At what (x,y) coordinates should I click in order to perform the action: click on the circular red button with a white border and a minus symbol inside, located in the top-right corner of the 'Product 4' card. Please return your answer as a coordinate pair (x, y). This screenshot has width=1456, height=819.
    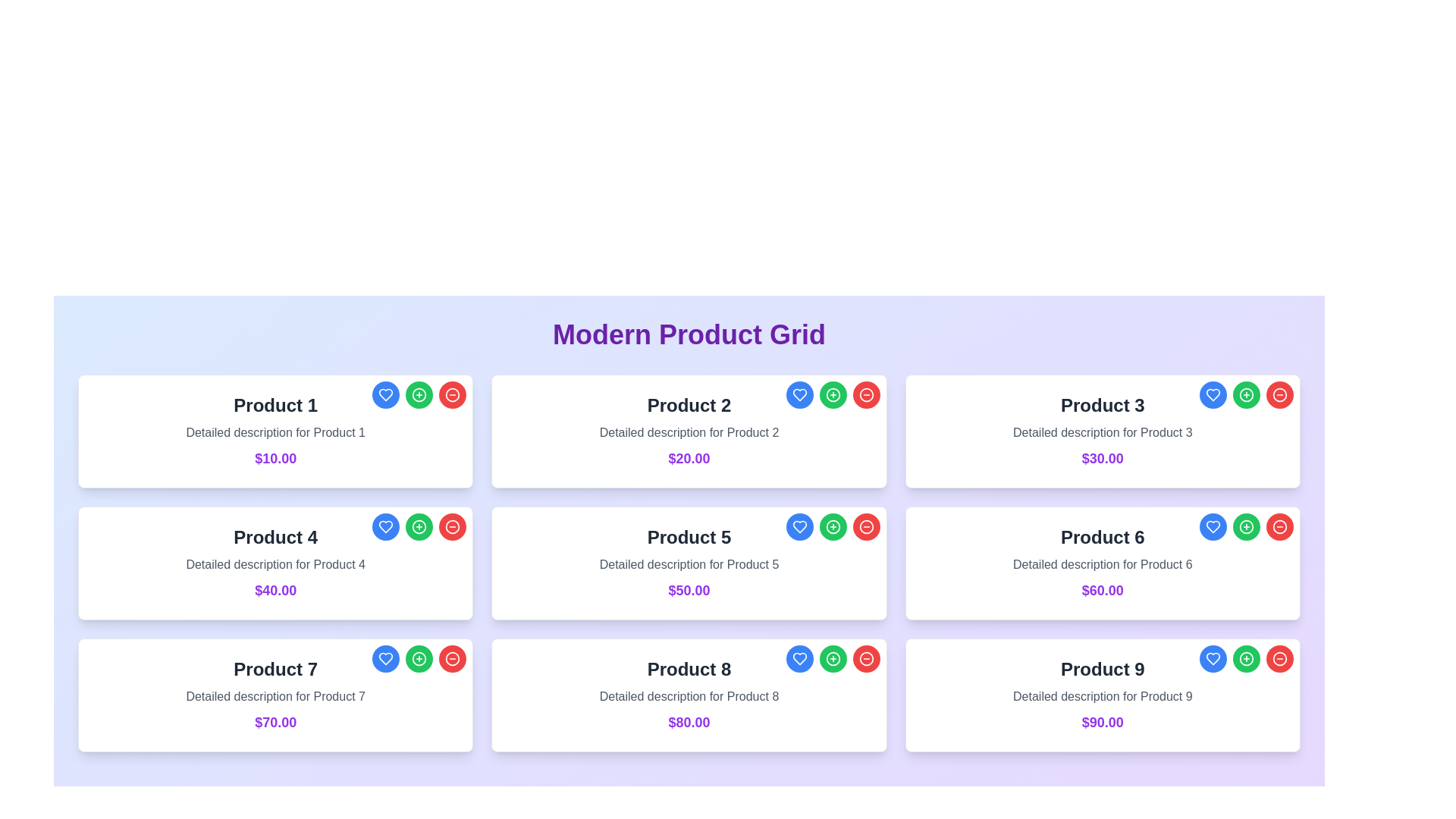
    Looking at the image, I should click on (451, 526).